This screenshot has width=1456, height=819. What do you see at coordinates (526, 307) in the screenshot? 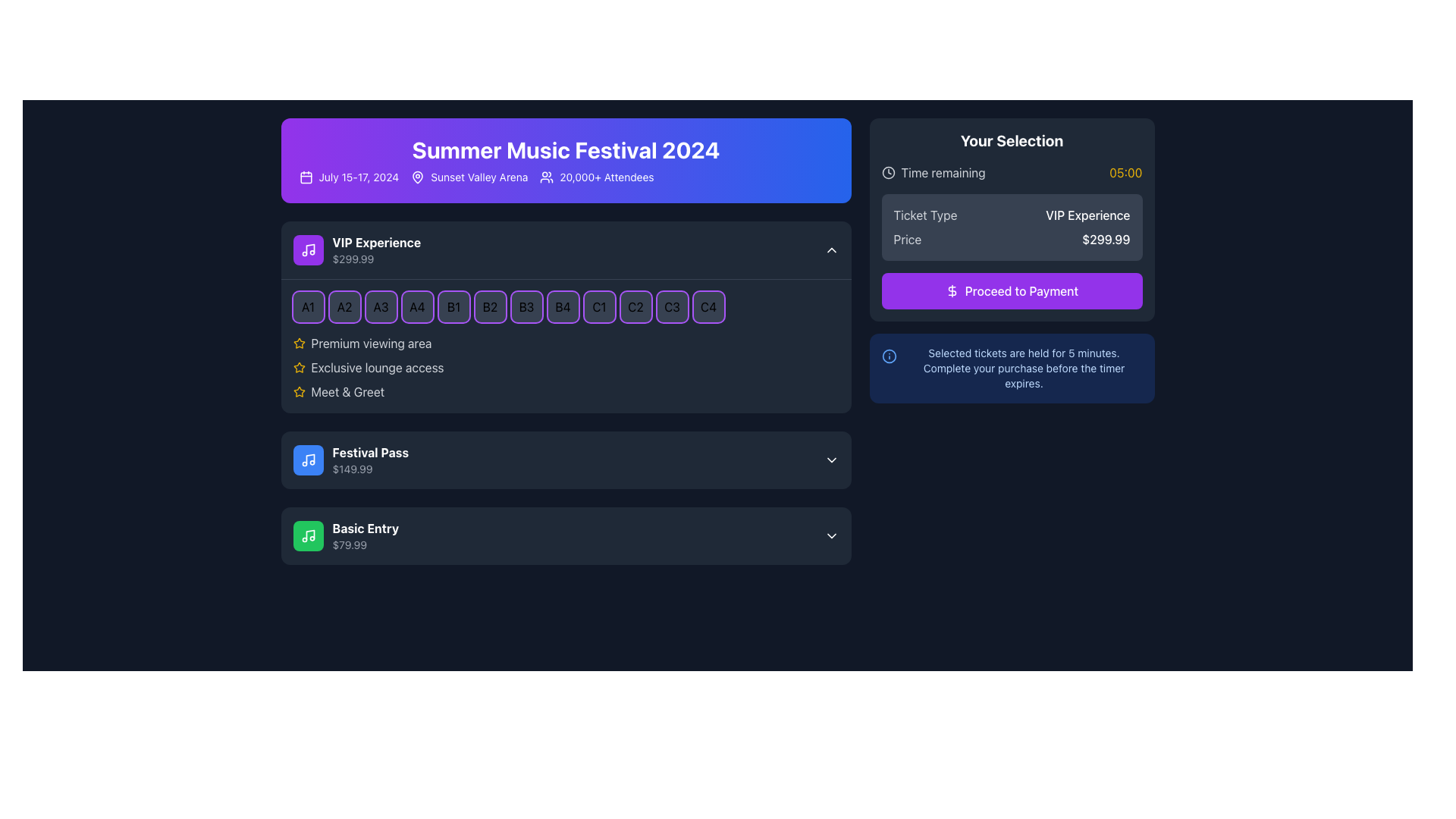
I see `the button labeled 'B3', which is a small, dark gray square block with a purple border located under the 'VIP Experience' section of the interface` at bounding box center [526, 307].